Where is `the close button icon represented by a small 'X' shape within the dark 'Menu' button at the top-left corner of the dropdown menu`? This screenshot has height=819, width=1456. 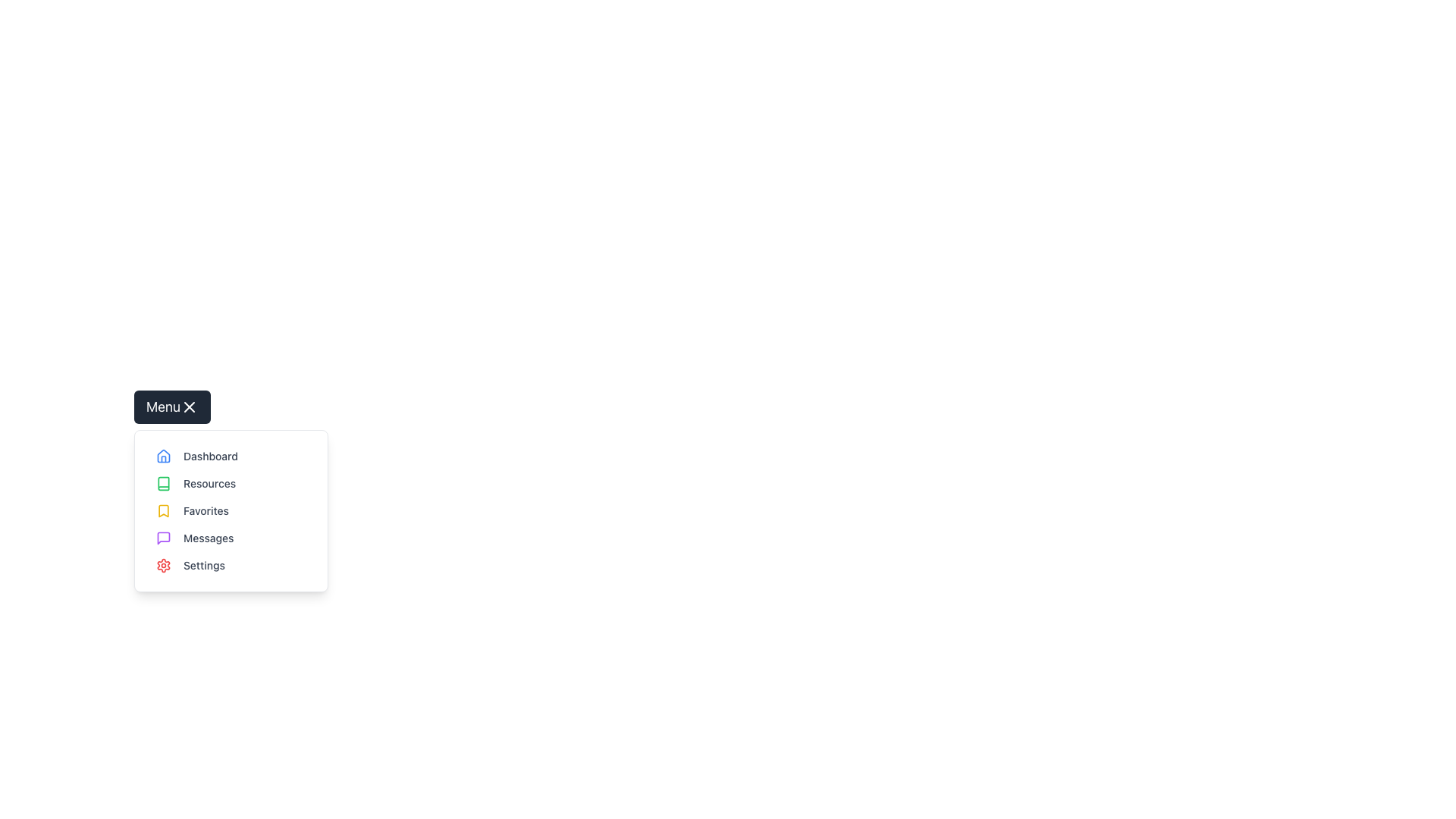 the close button icon represented by a small 'X' shape within the dark 'Menu' button at the top-left corner of the dropdown menu is located at coordinates (189, 406).